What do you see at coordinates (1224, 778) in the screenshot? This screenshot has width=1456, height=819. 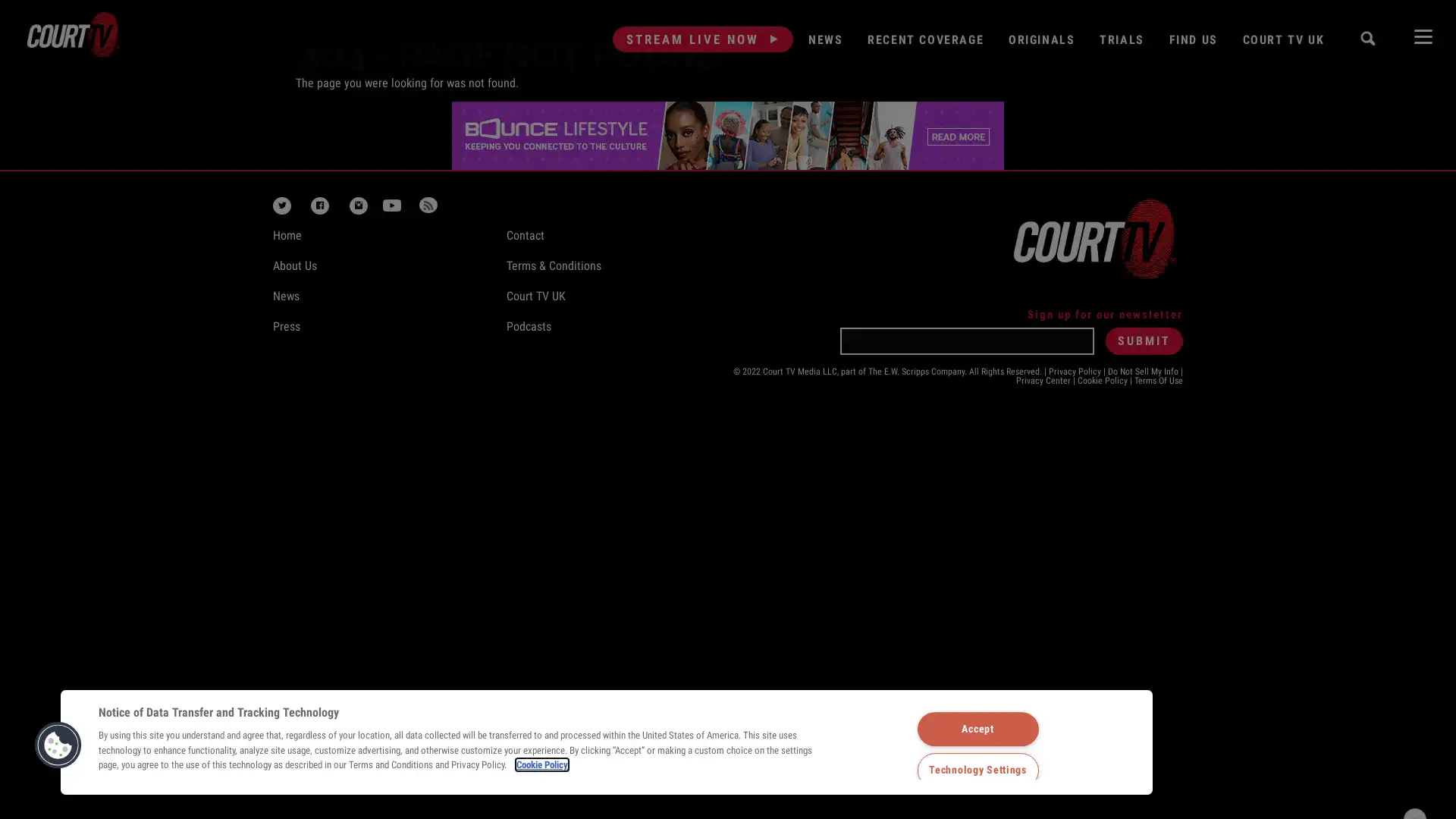 I see `SIGN UP` at bounding box center [1224, 778].